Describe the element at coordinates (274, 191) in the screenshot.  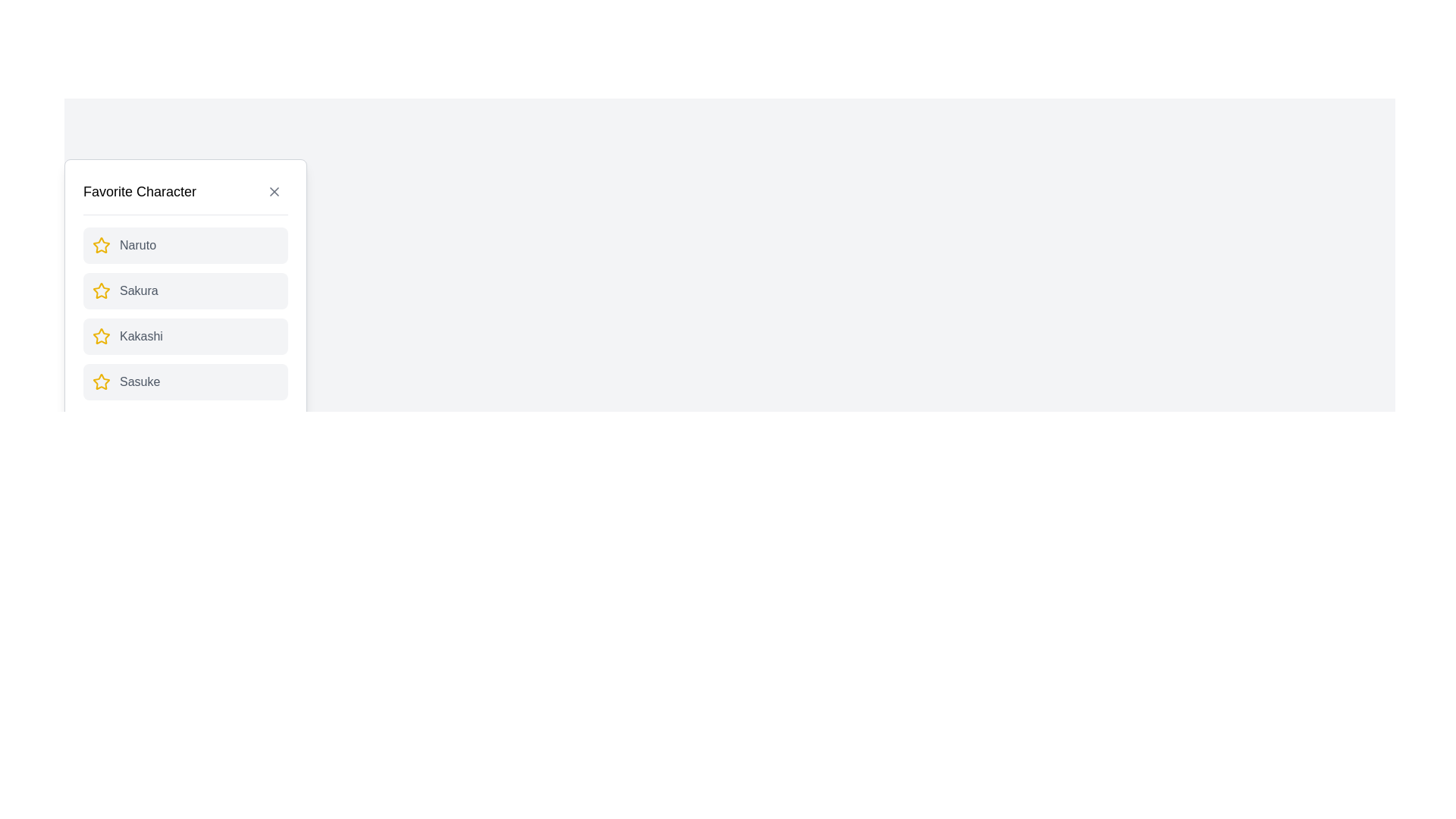
I see `the close icon button represented by a pair of intersecting lines forming an 'X' located in the top-right corner of the 'Favorite Character' card` at that location.